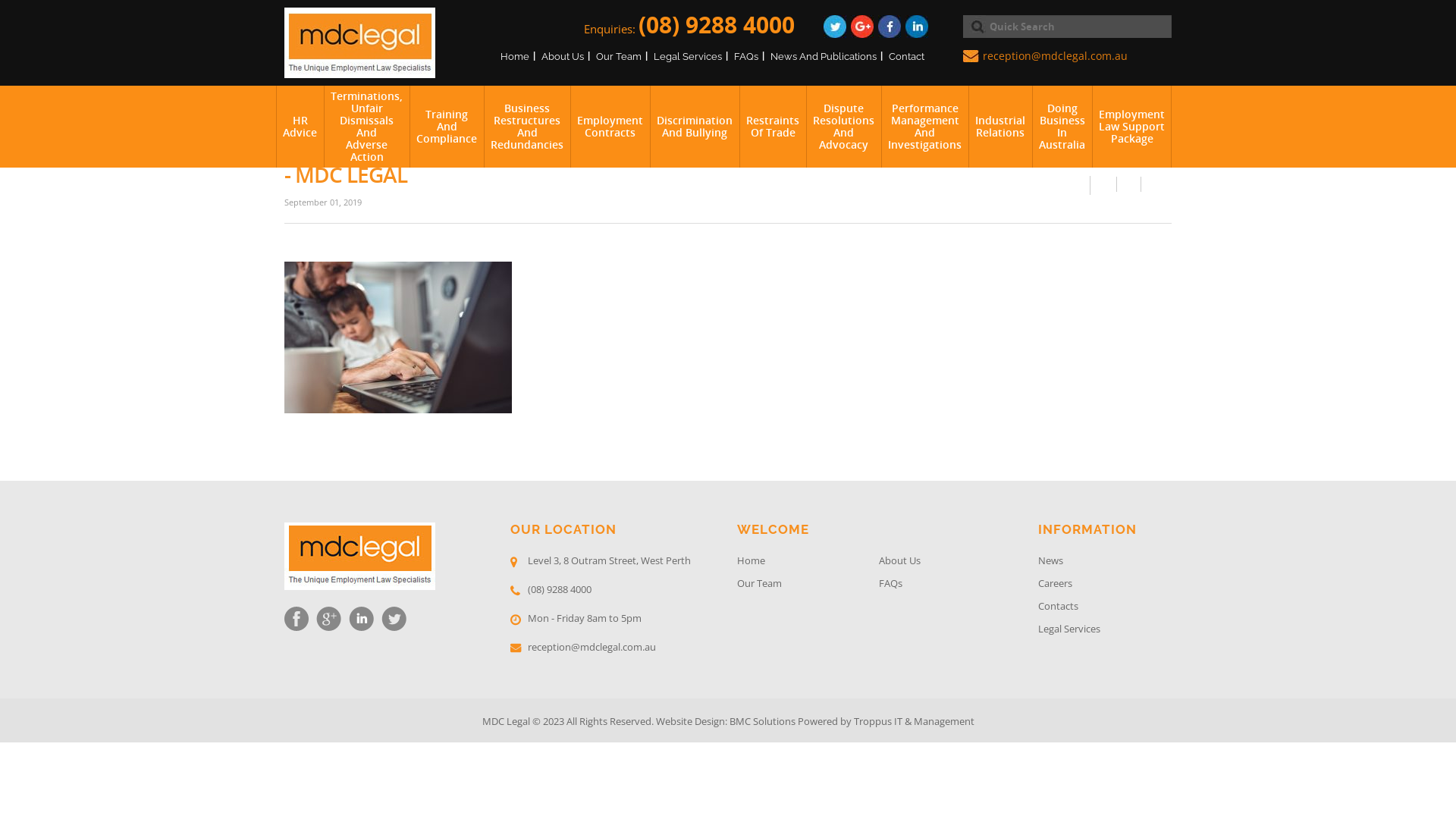 The width and height of the screenshot is (1456, 819). Describe the element at coordinates (514, 55) in the screenshot. I see `'Home'` at that location.